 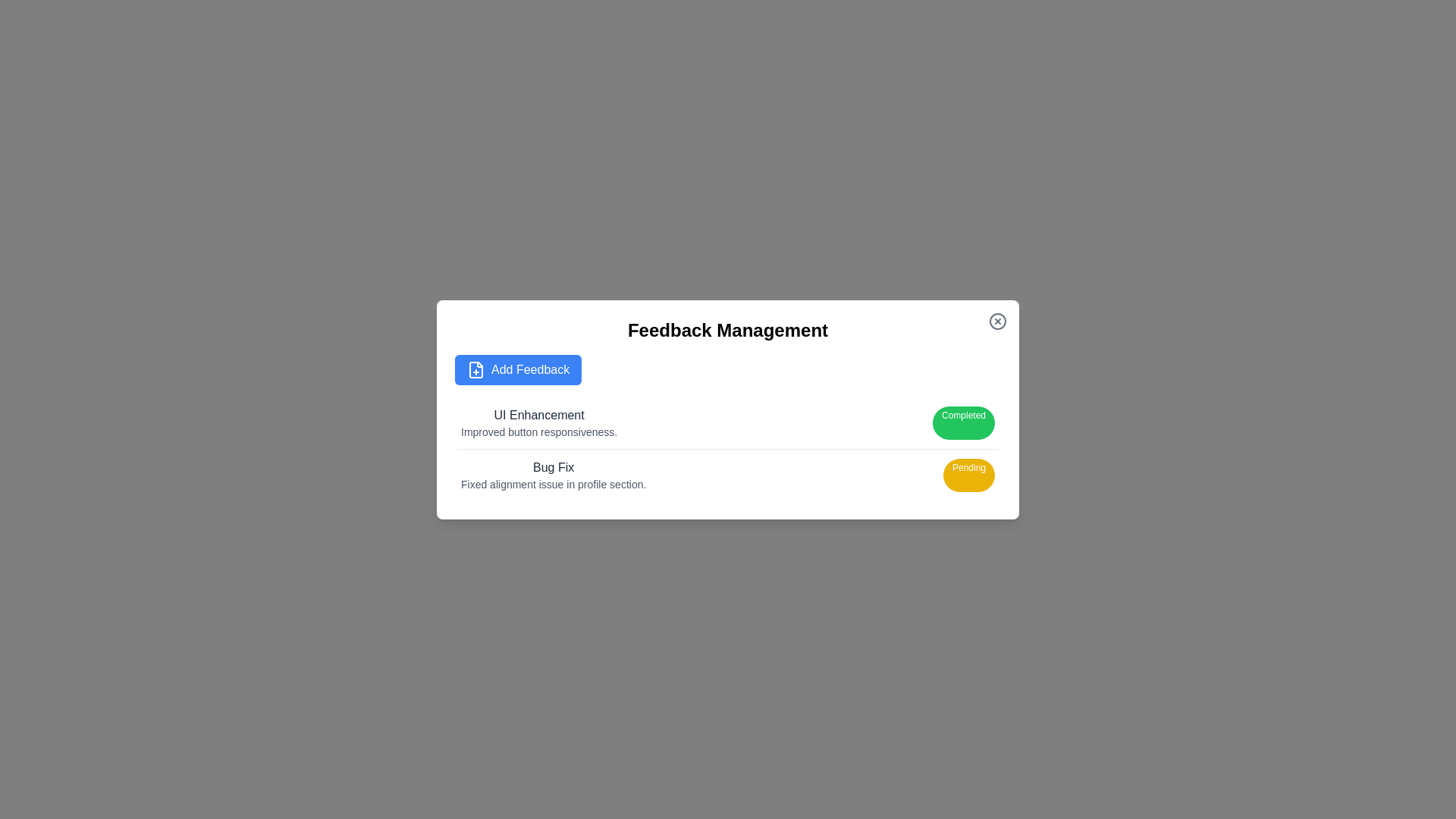 I want to click on the close button located in the top-right corner of the 'Feedback Management' dialog to trigger hover effects, so click(x=997, y=320).